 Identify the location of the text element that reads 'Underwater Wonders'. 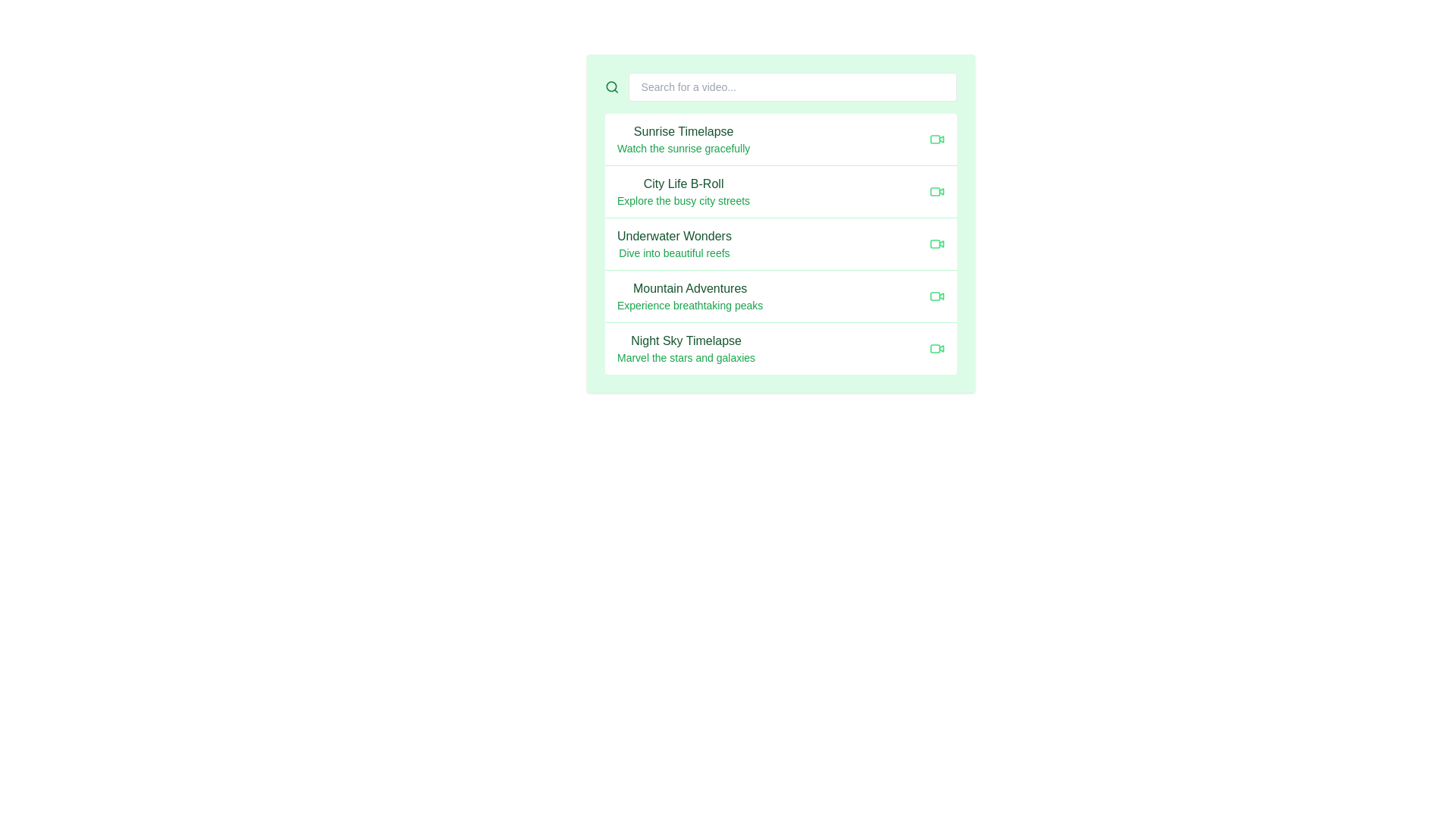
(673, 237).